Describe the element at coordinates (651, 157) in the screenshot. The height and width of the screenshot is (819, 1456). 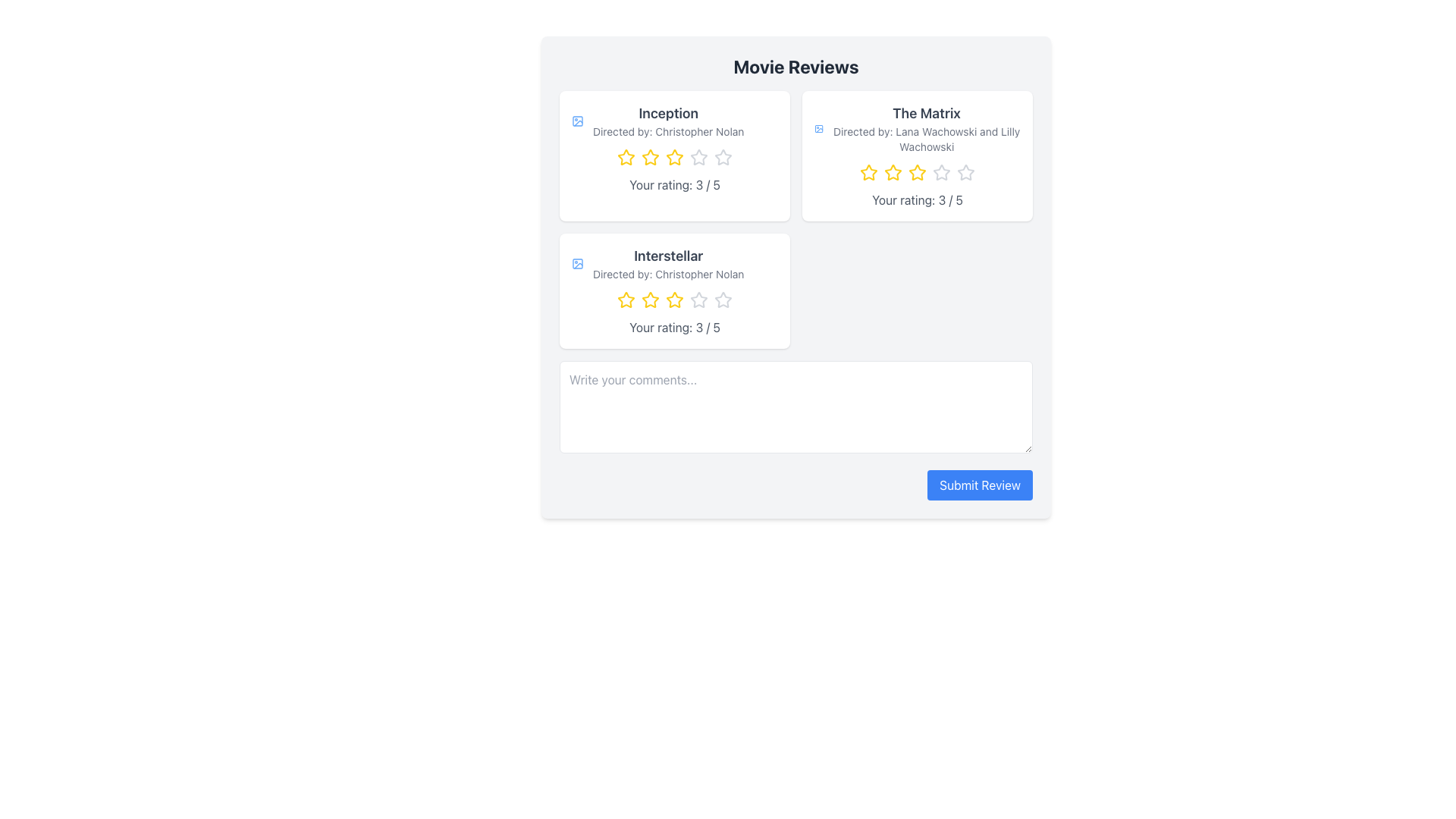
I see `the second star in the row of five stars representing the rating for the movie 'Inception' to set or modify the rating` at that location.